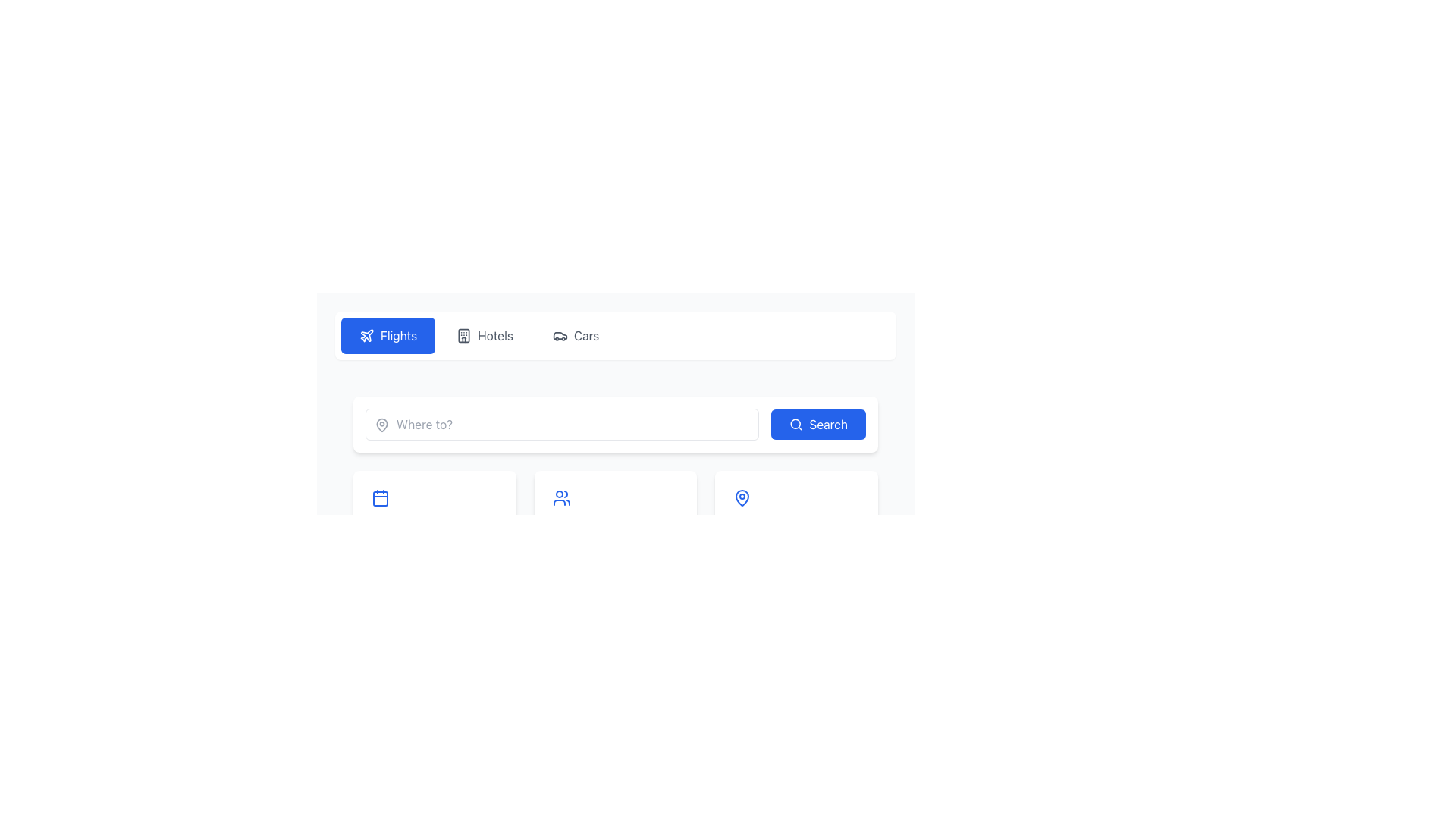 This screenshot has width=1456, height=819. I want to click on the calendar icon representing the 'Flexible Dates' feature by moving the cursor to its center point, so click(381, 497).